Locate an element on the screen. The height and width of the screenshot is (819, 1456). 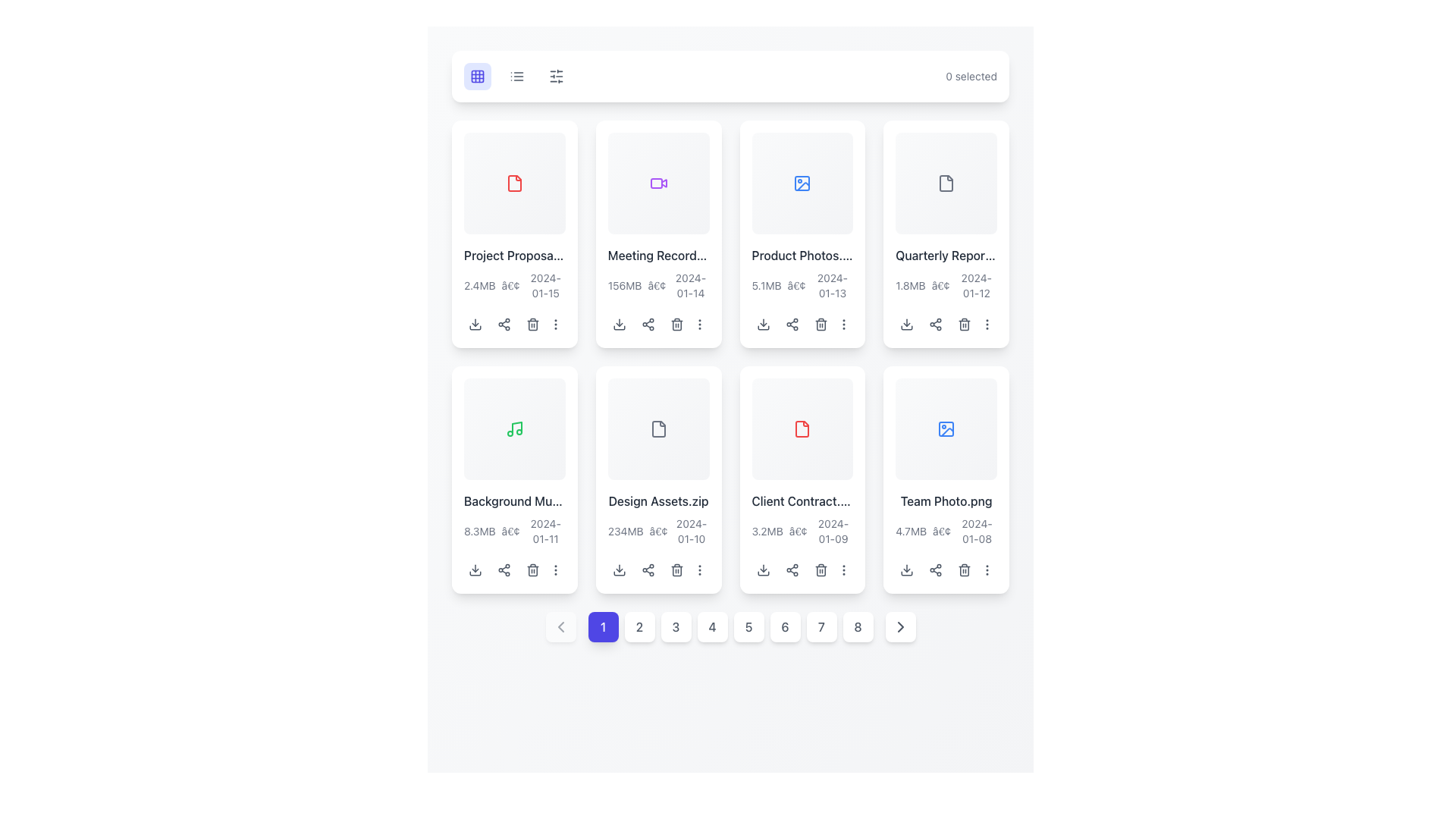
the grid layout toggle button located in the top-left corner of the interface is located at coordinates (476, 76).